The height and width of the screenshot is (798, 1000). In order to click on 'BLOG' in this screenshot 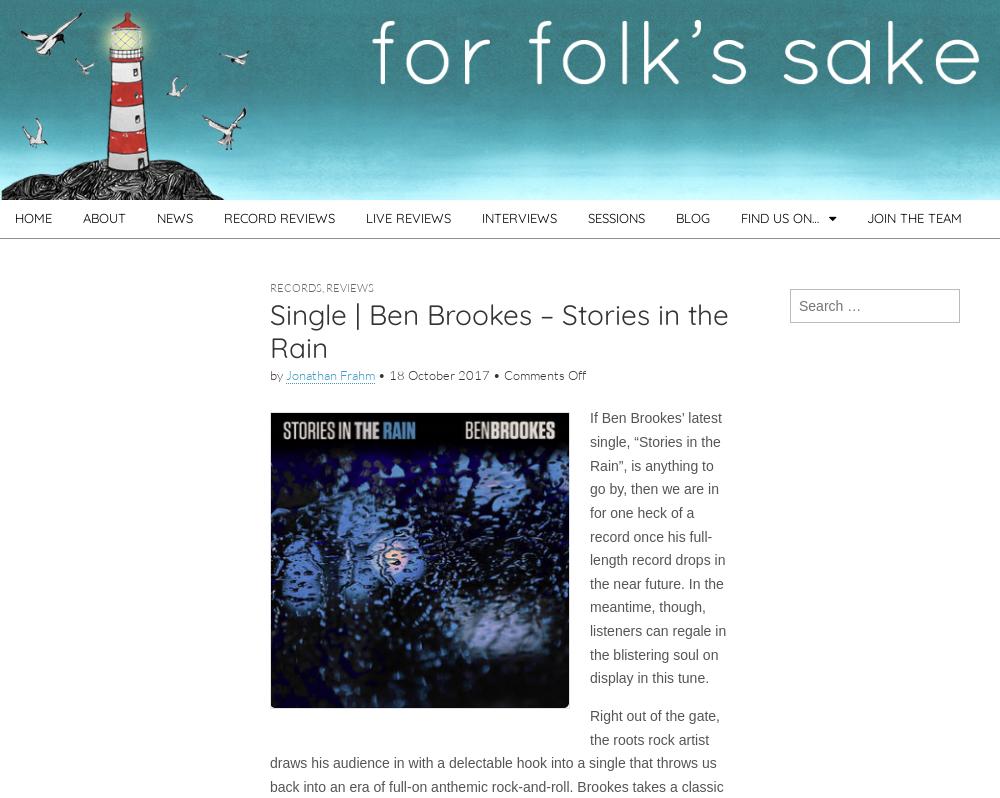, I will do `click(676, 218)`.